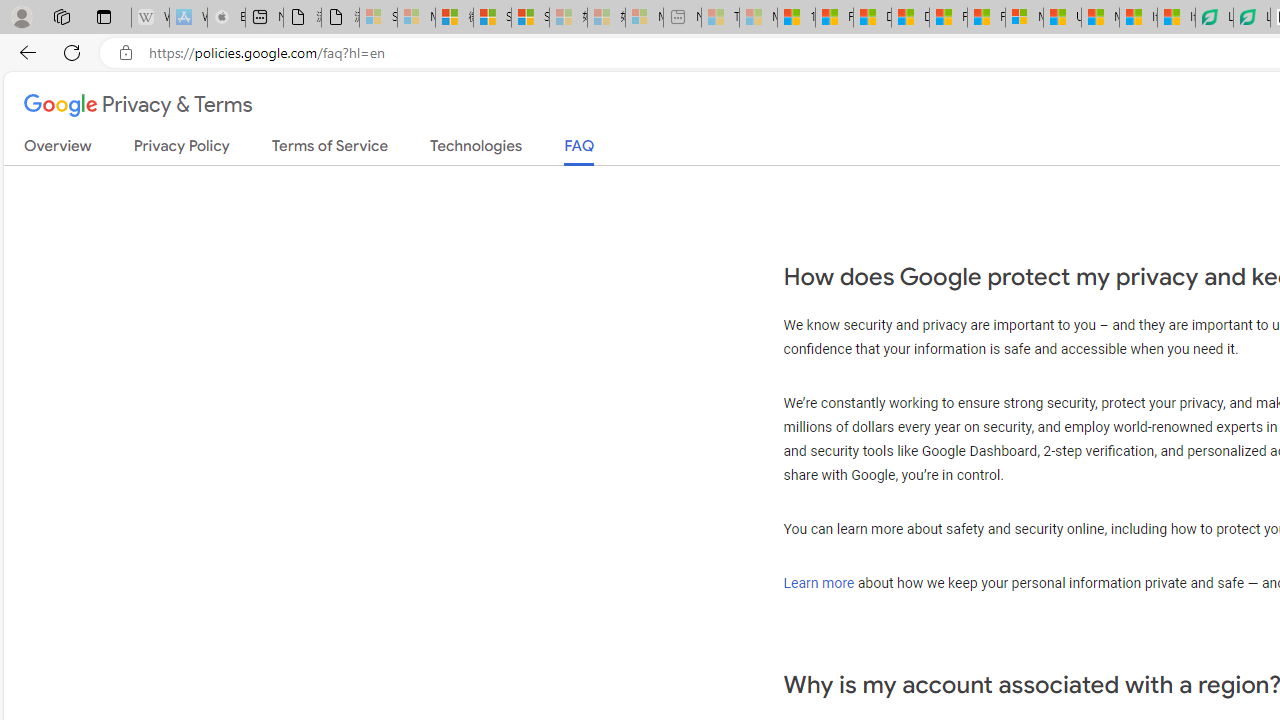 The height and width of the screenshot is (720, 1280). Describe the element at coordinates (720, 17) in the screenshot. I see `'Top Stories - MSN - Sleeping'` at that location.